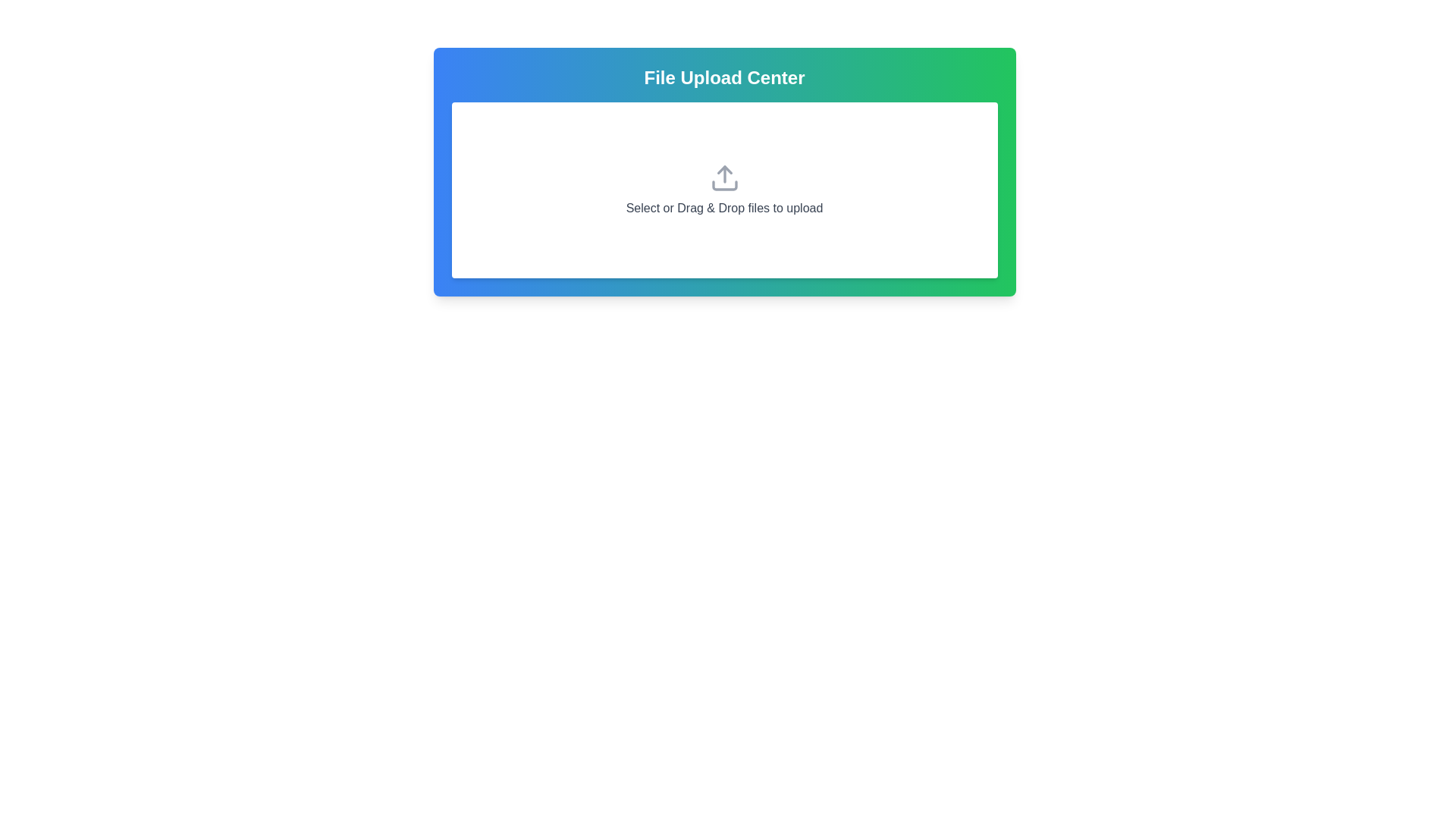 This screenshot has width=1456, height=819. Describe the element at coordinates (723, 189) in the screenshot. I see `the text label that says 'Select or Drag & Drop files to upload', which is located centrally below an upward-pointing arrow icon in the main upload box` at that location.